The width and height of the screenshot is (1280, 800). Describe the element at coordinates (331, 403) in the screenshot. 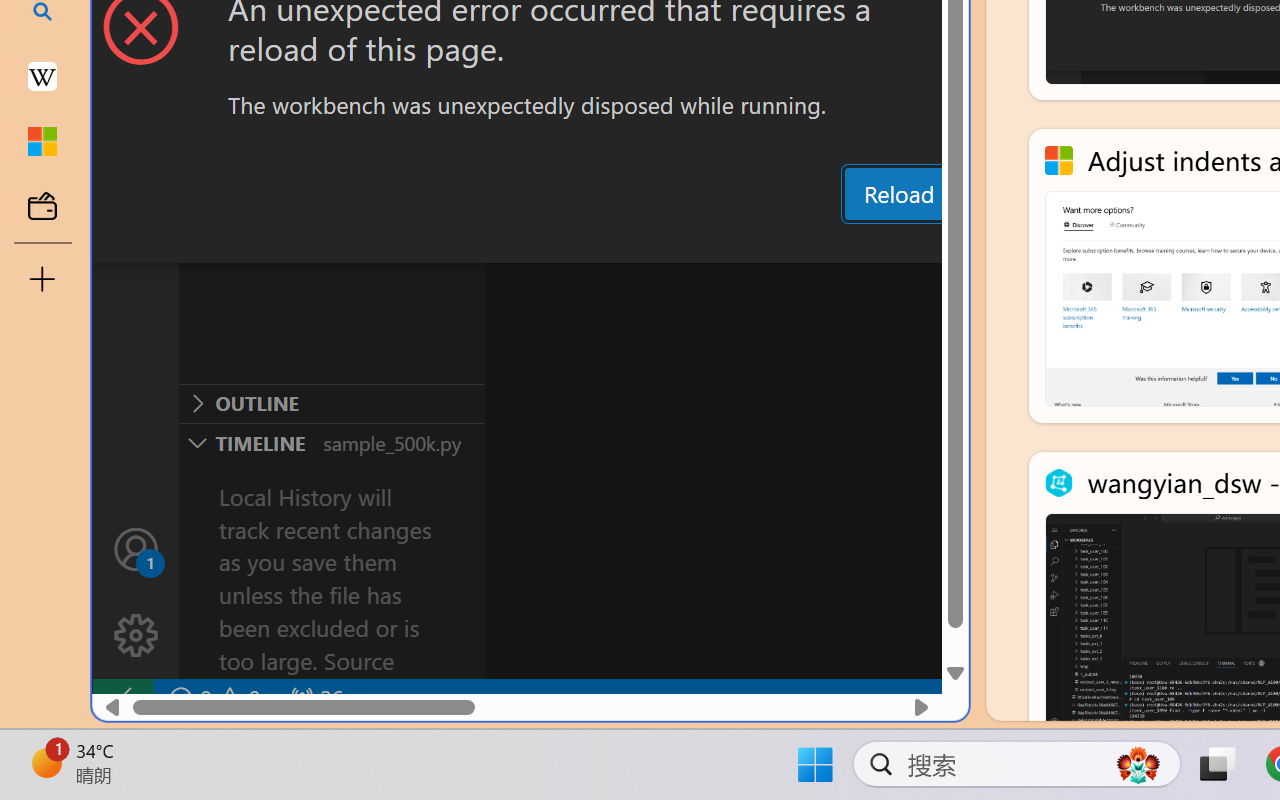

I see `'Outline Section'` at that location.